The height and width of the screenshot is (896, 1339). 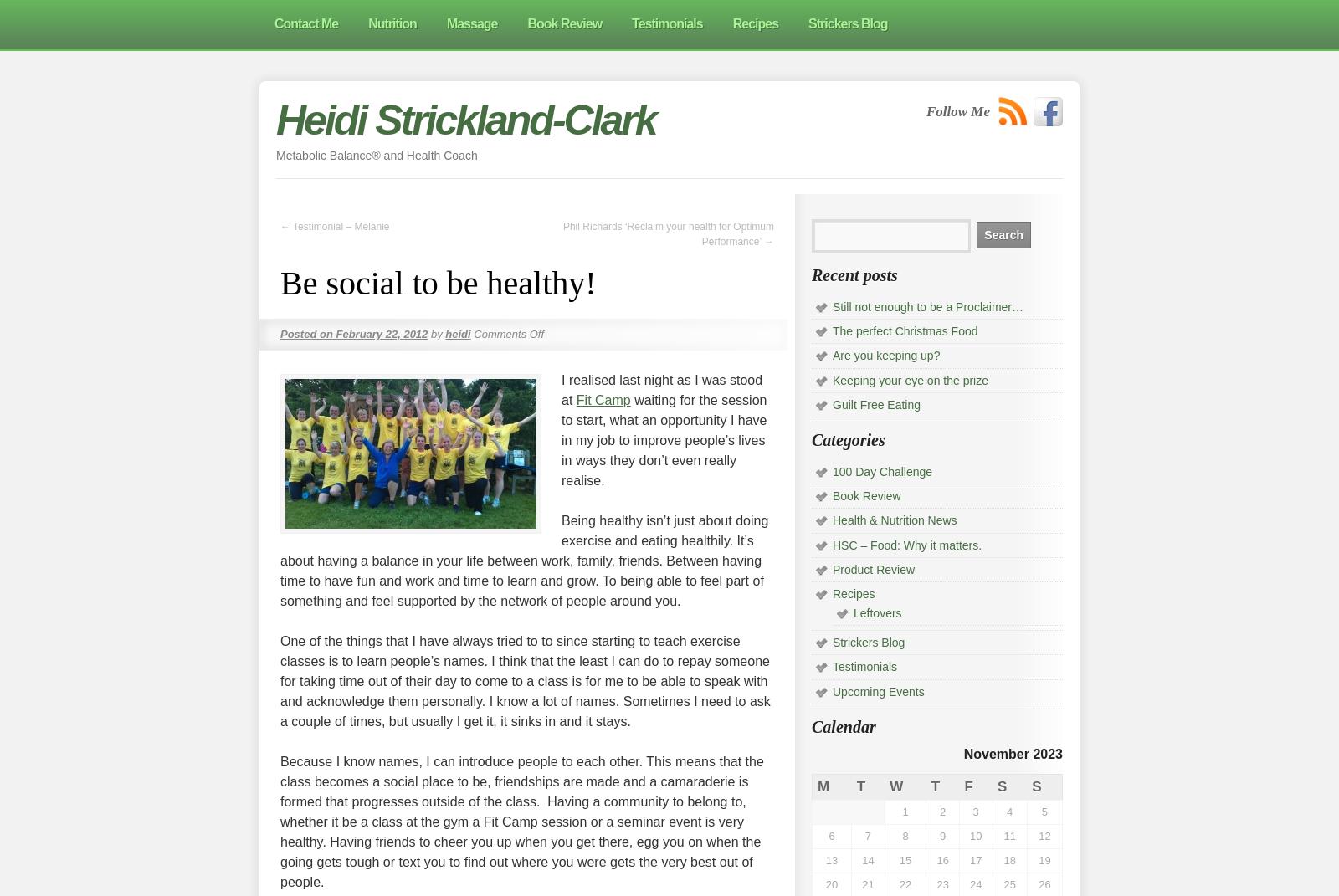 I want to click on 'Upcoming Events', so click(x=878, y=689).